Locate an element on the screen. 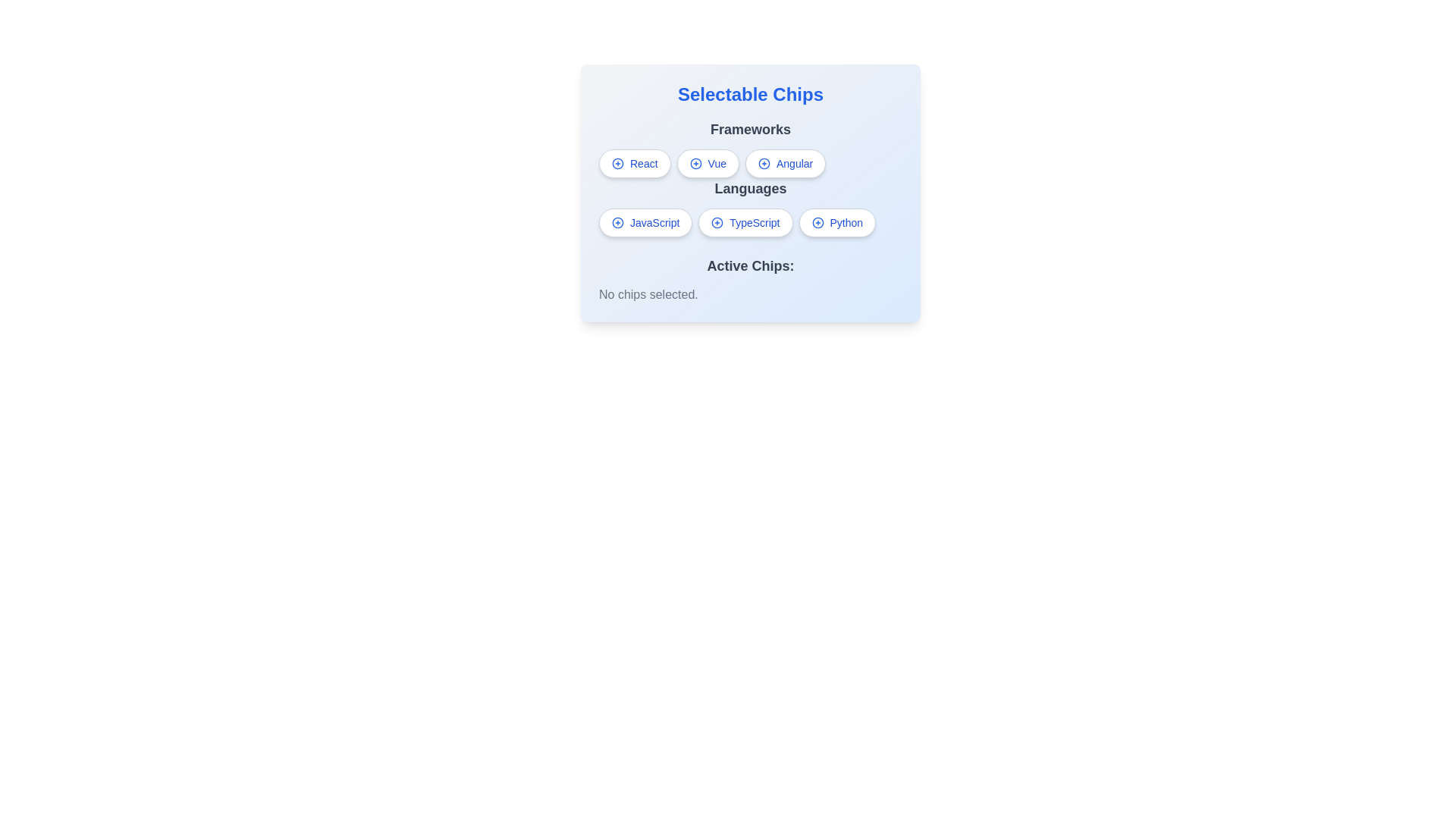  the chip representing a programming language in the group located below the 'Frameworks' chips and above the 'Active Chips:' section is located at coordinates (750, 207).